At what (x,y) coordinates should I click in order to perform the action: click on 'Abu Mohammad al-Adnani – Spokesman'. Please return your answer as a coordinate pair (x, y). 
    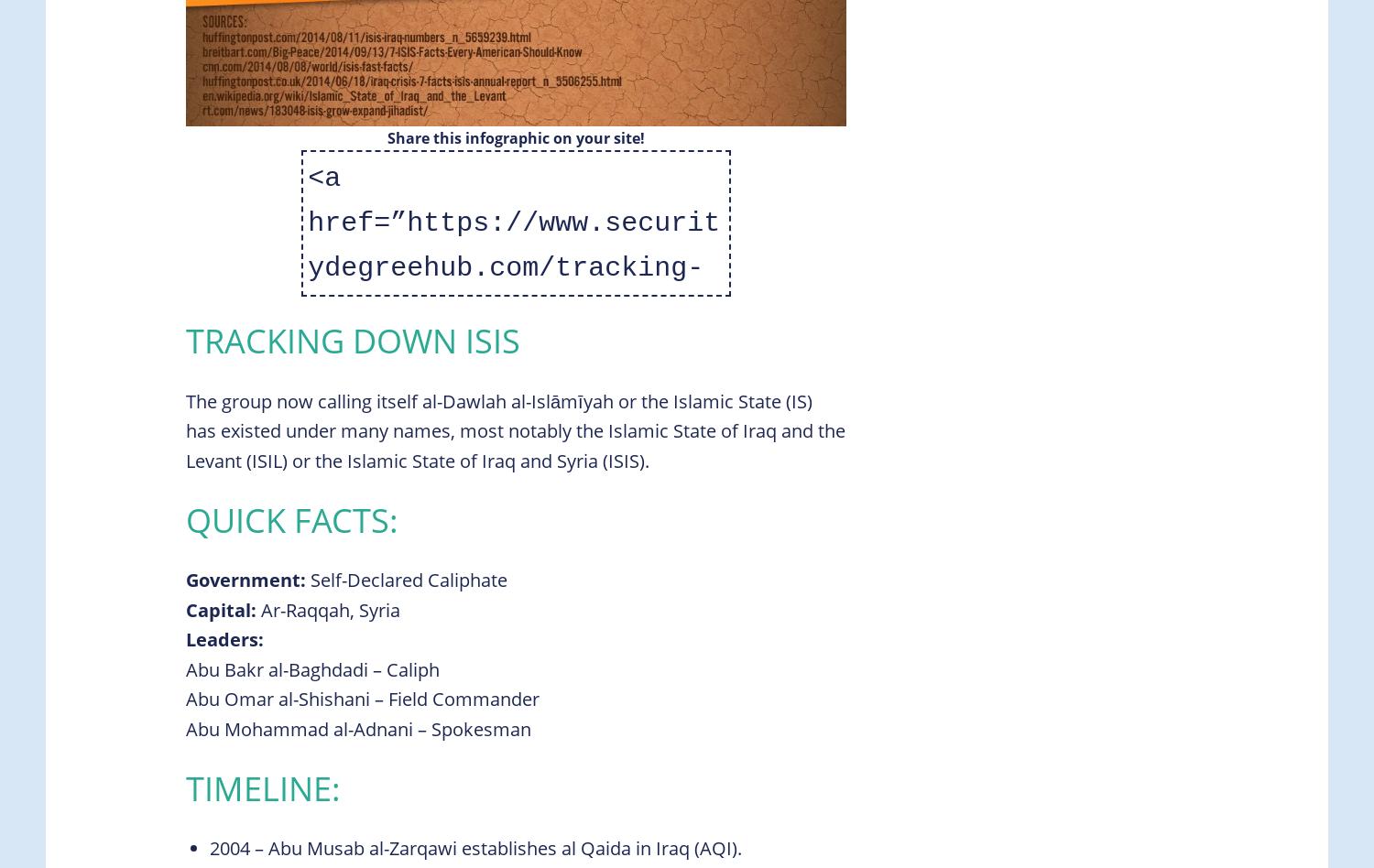
    Looking at the image, I should click on (184, 728).